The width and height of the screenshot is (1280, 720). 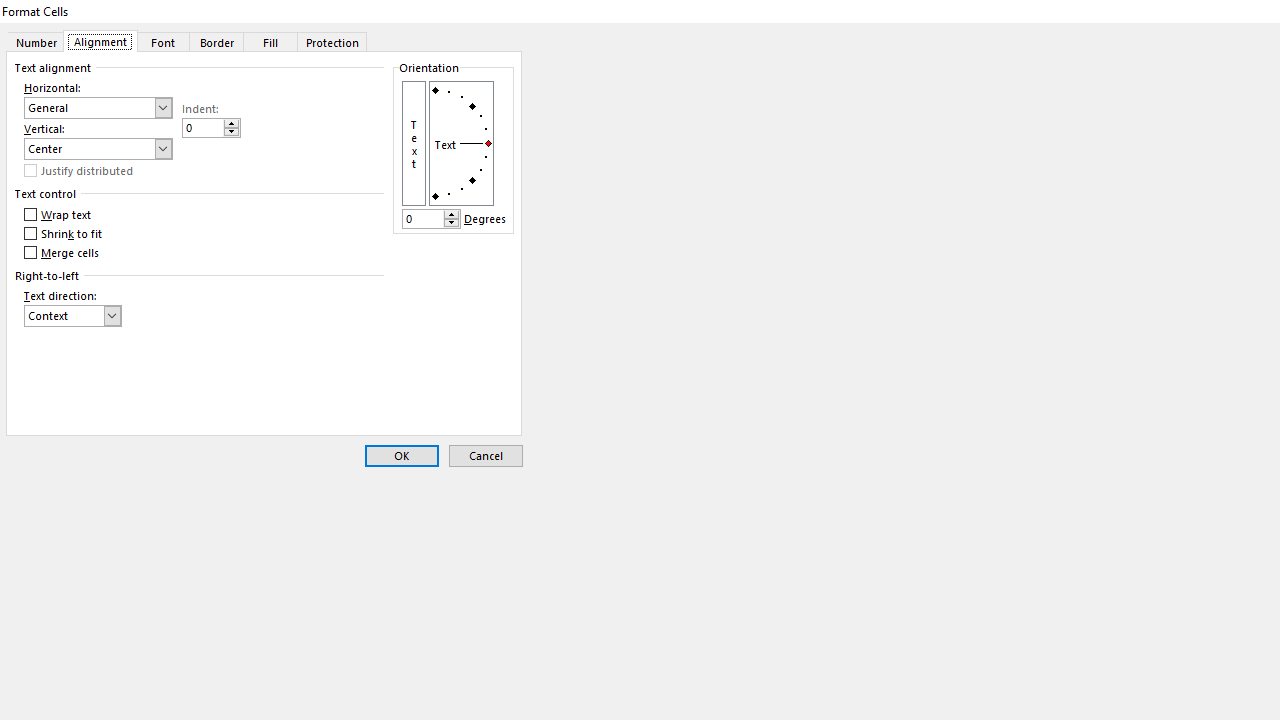 What do you see at coordinates (58, 215) in the screenshot?
I see `'Wrap text'` at bounding box center [58, 215].